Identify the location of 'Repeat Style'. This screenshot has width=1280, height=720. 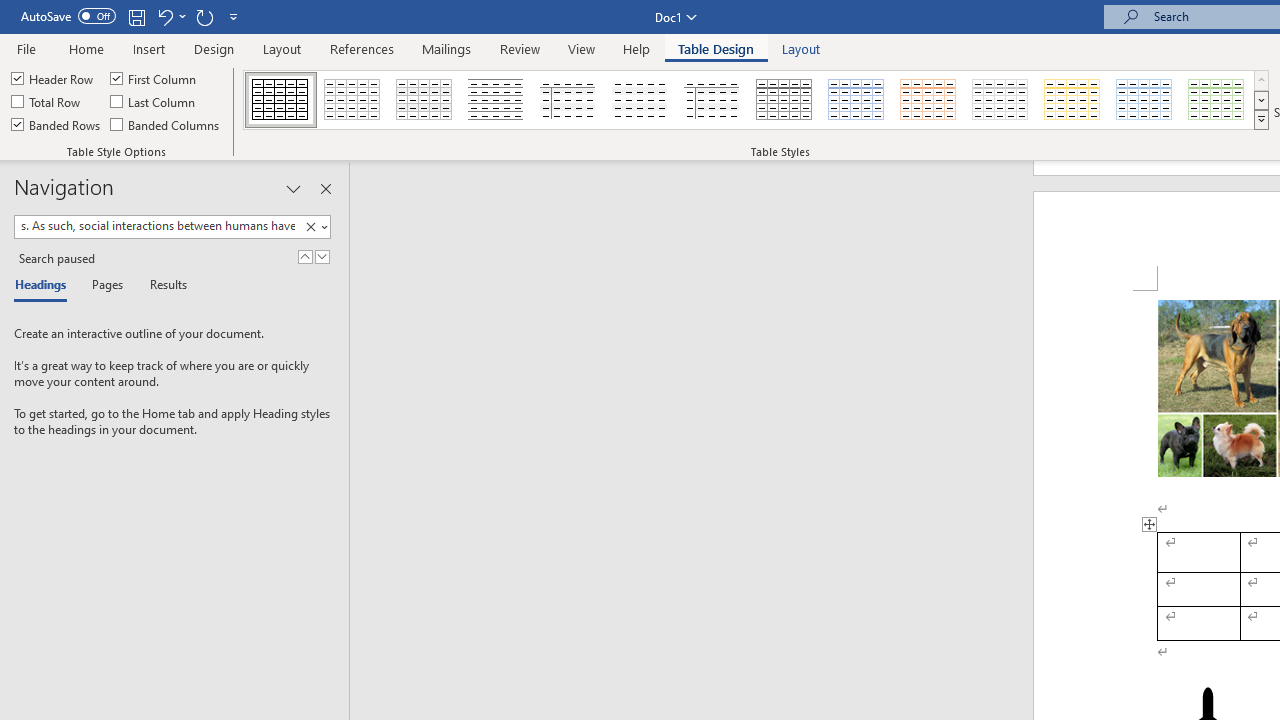
(204, 16).